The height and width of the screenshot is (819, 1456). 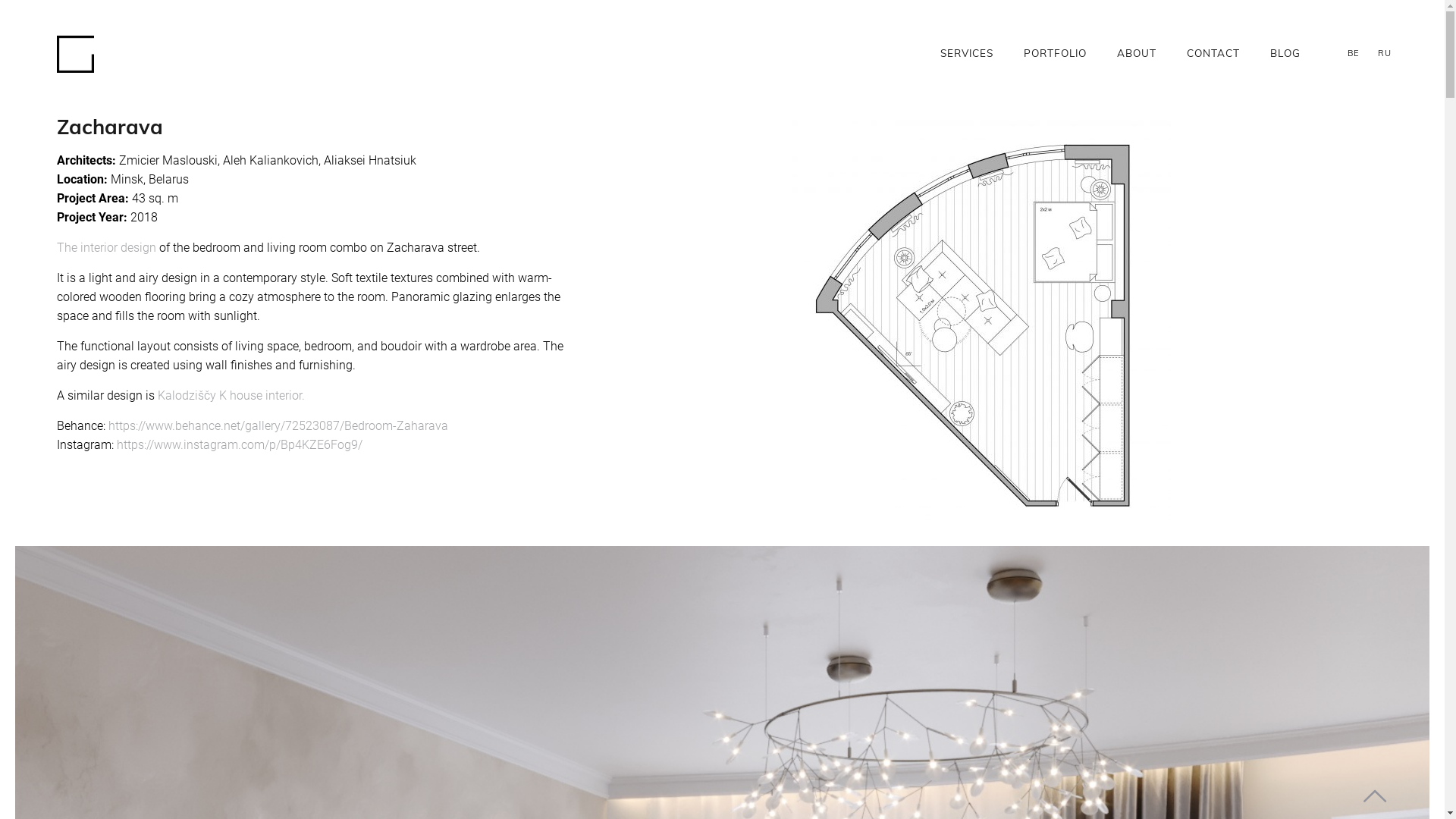 I want to click on 'SERVICES', so click(x=966, y=52).